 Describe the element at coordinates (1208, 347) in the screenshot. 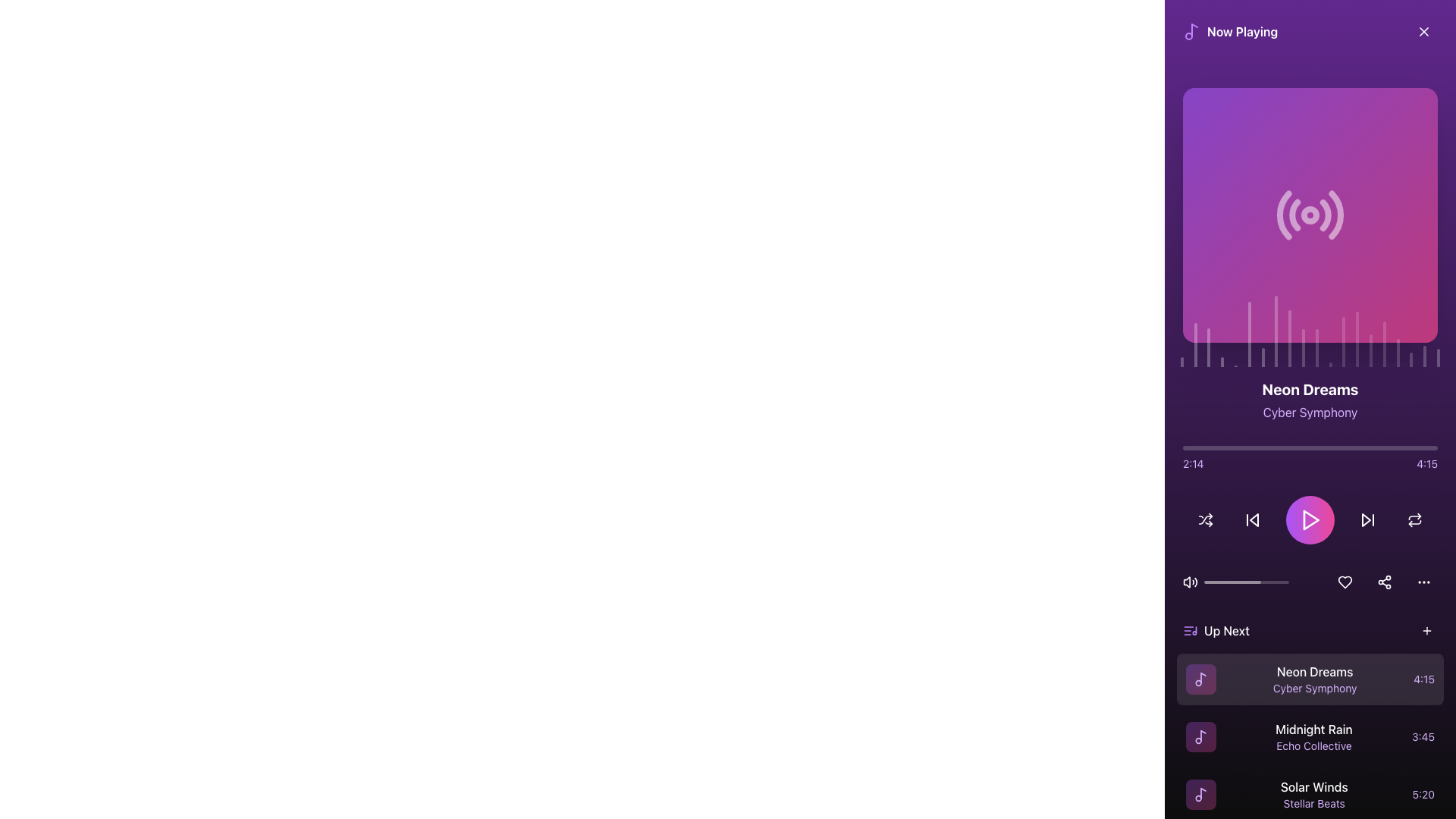

I see `the third vertical bar of the audio visualization graph, which is styled in translucent white with rounded top edges, located below and aligned with the album art` at that location.